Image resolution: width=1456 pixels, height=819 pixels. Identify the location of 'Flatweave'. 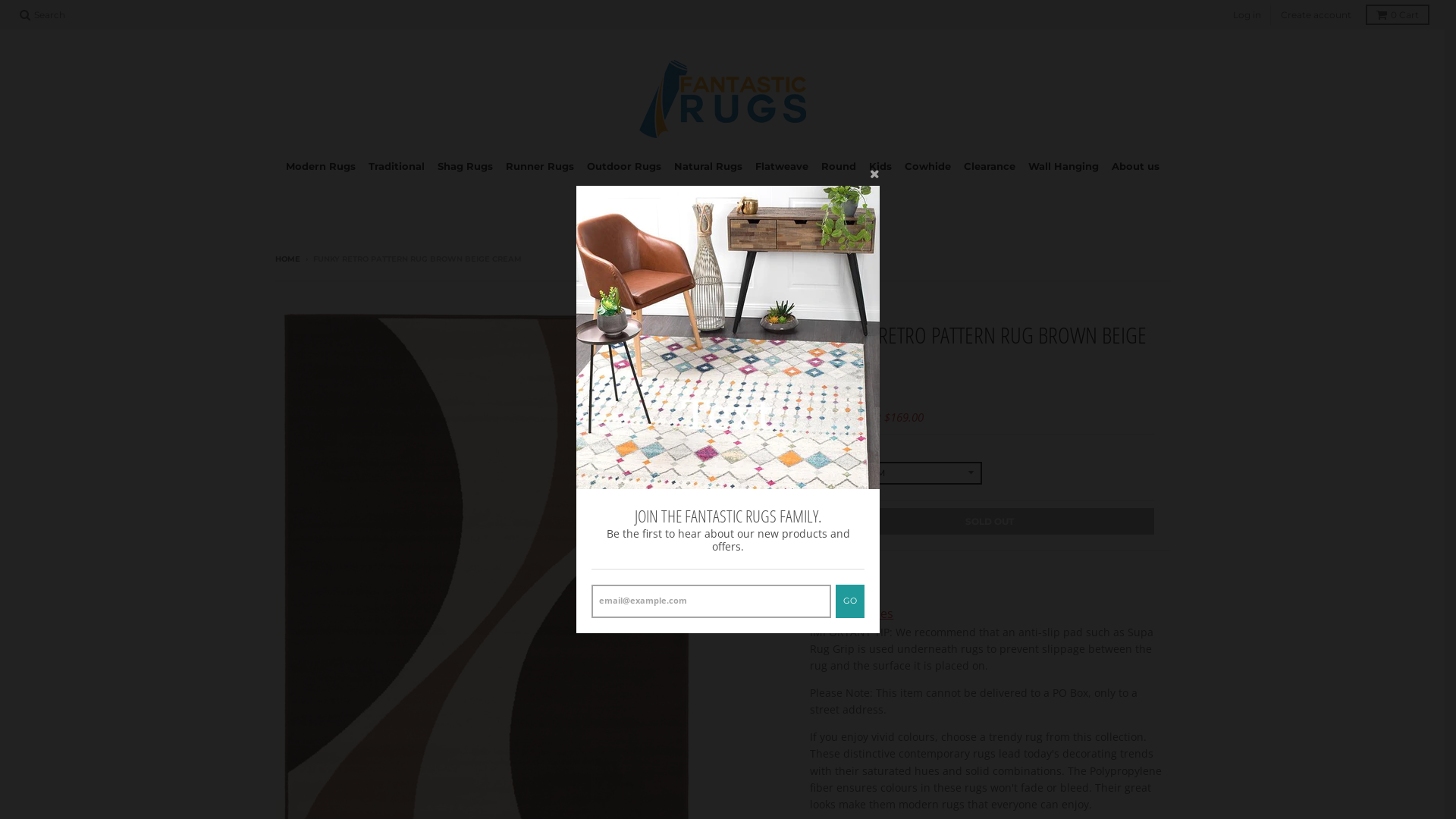
(781, 166).